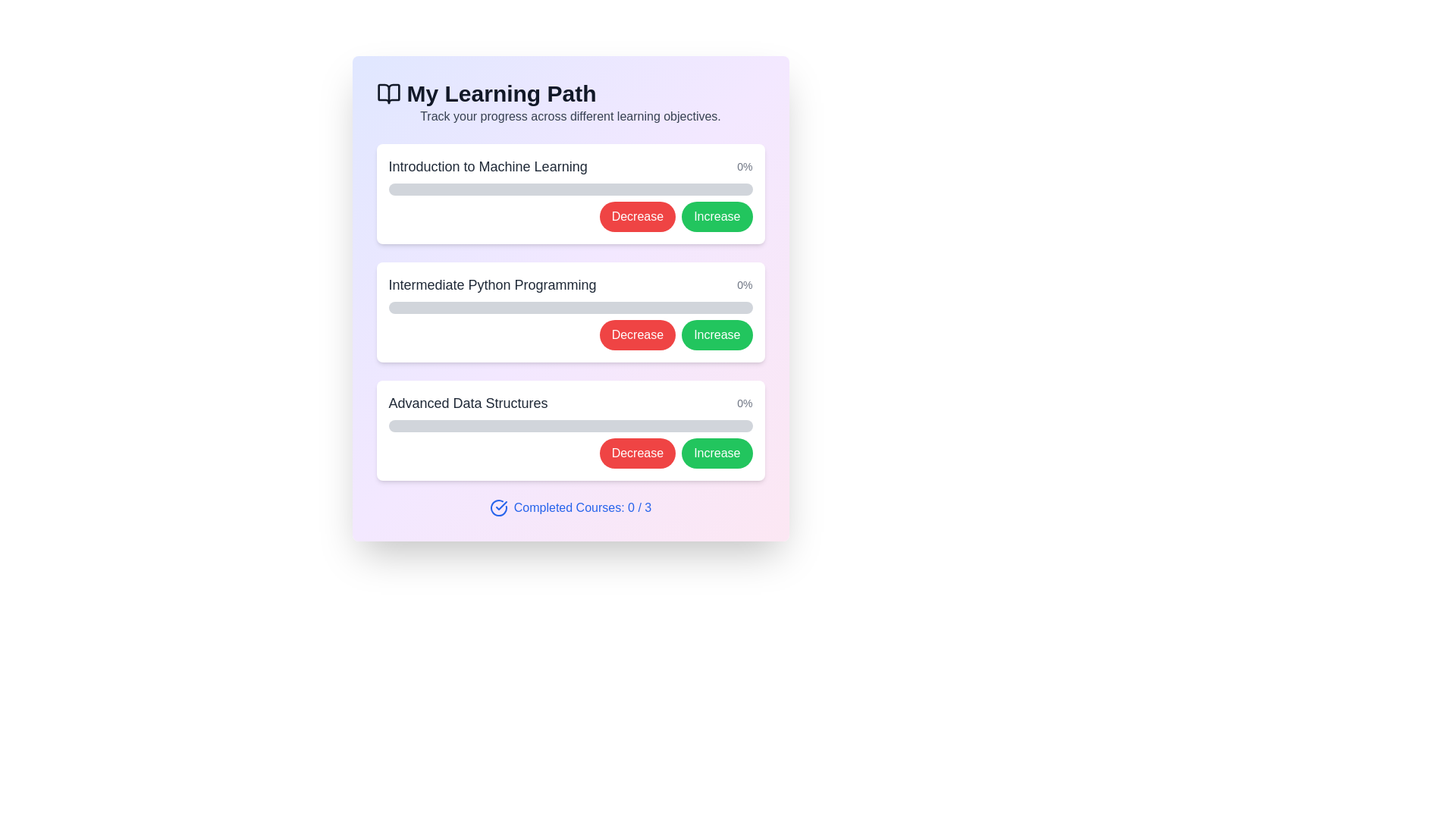 The width and height of the screenshot is (1456, 819). I want to click on the text 'Advanced Data Structures' in the progress control component to obtain more details, so click(570, 430).